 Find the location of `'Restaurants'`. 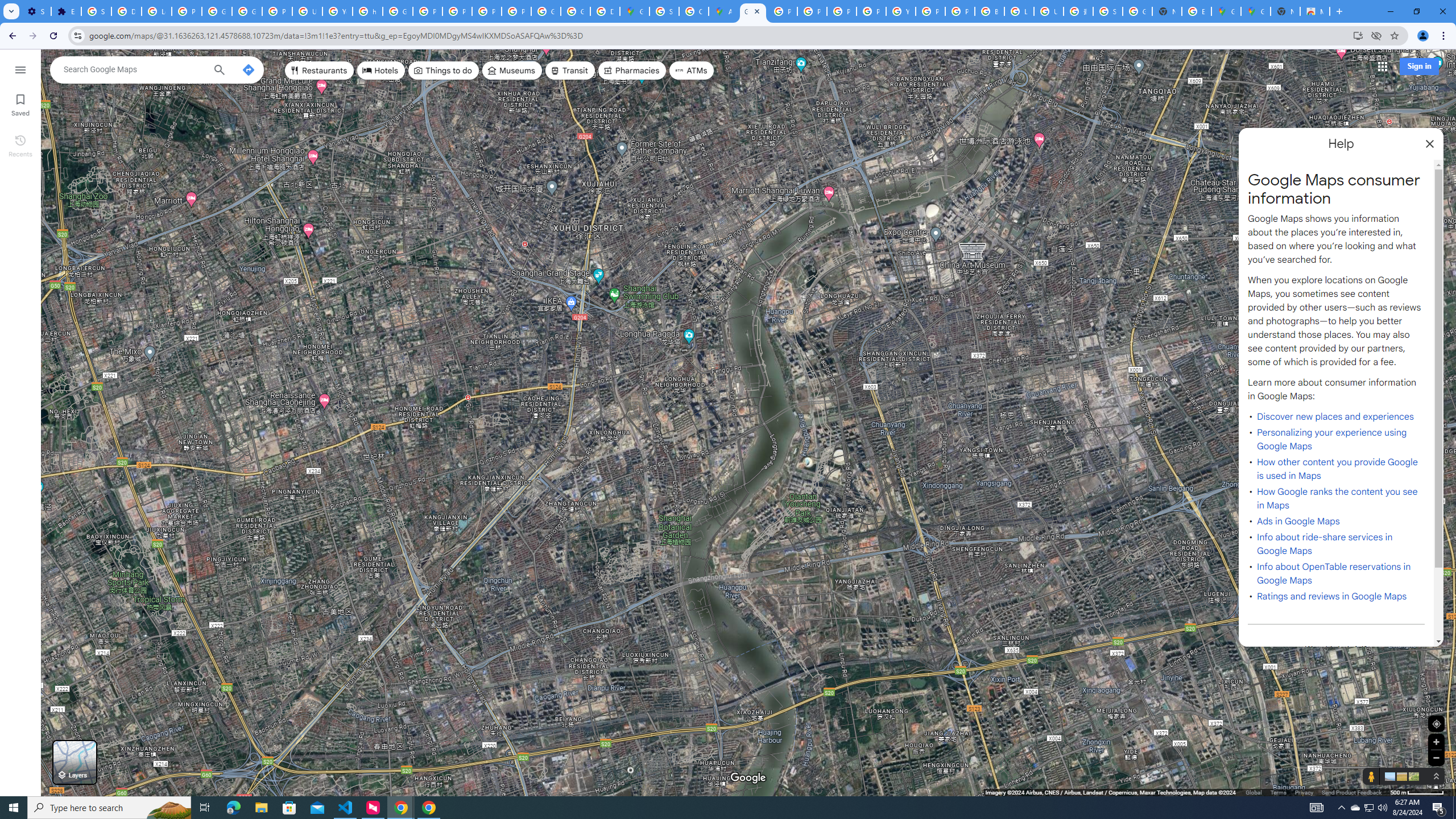

'Restaurants' is located at coordinates (318, 69).